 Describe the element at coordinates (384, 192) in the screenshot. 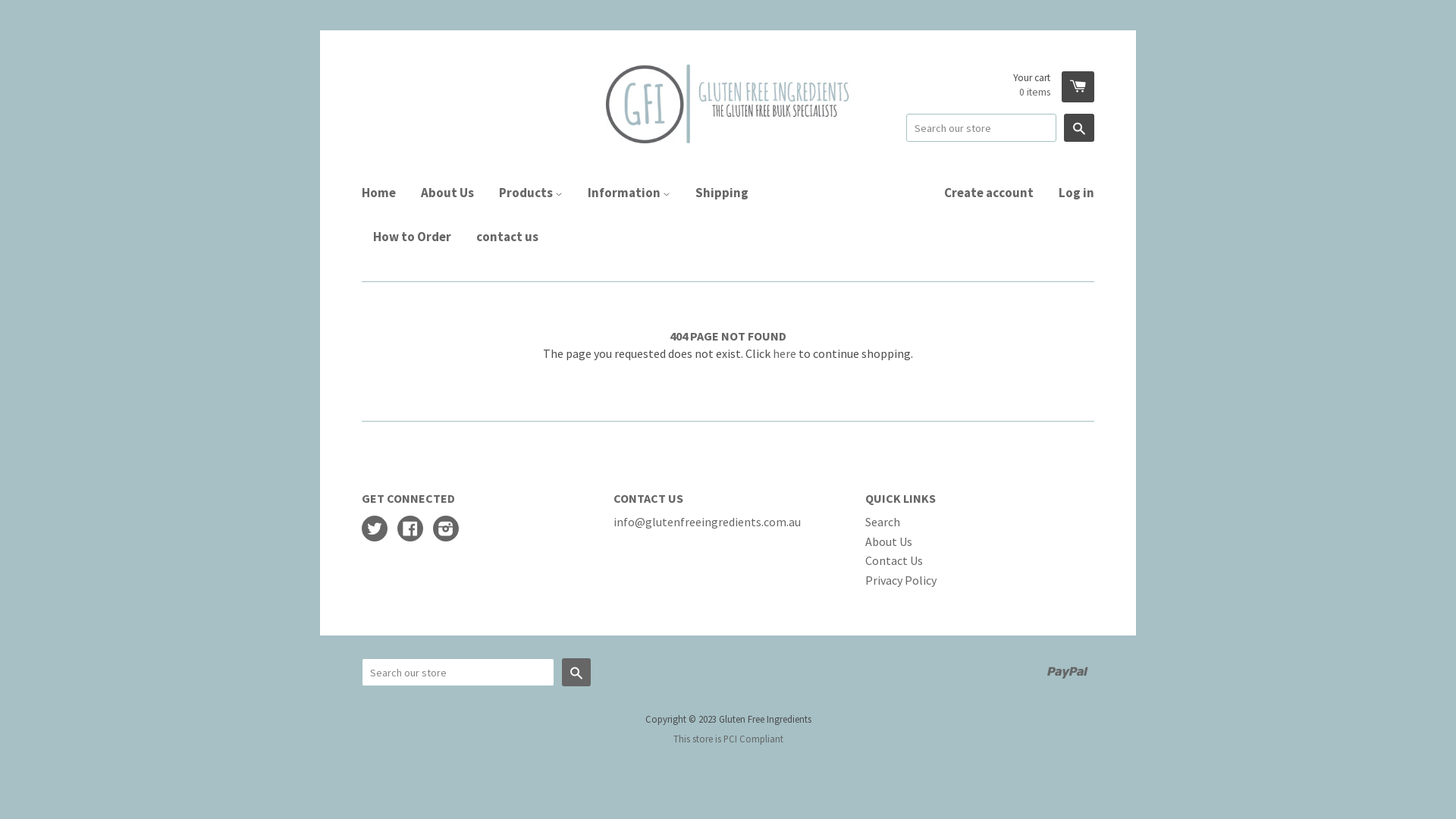

I see `'Home'` at that location.